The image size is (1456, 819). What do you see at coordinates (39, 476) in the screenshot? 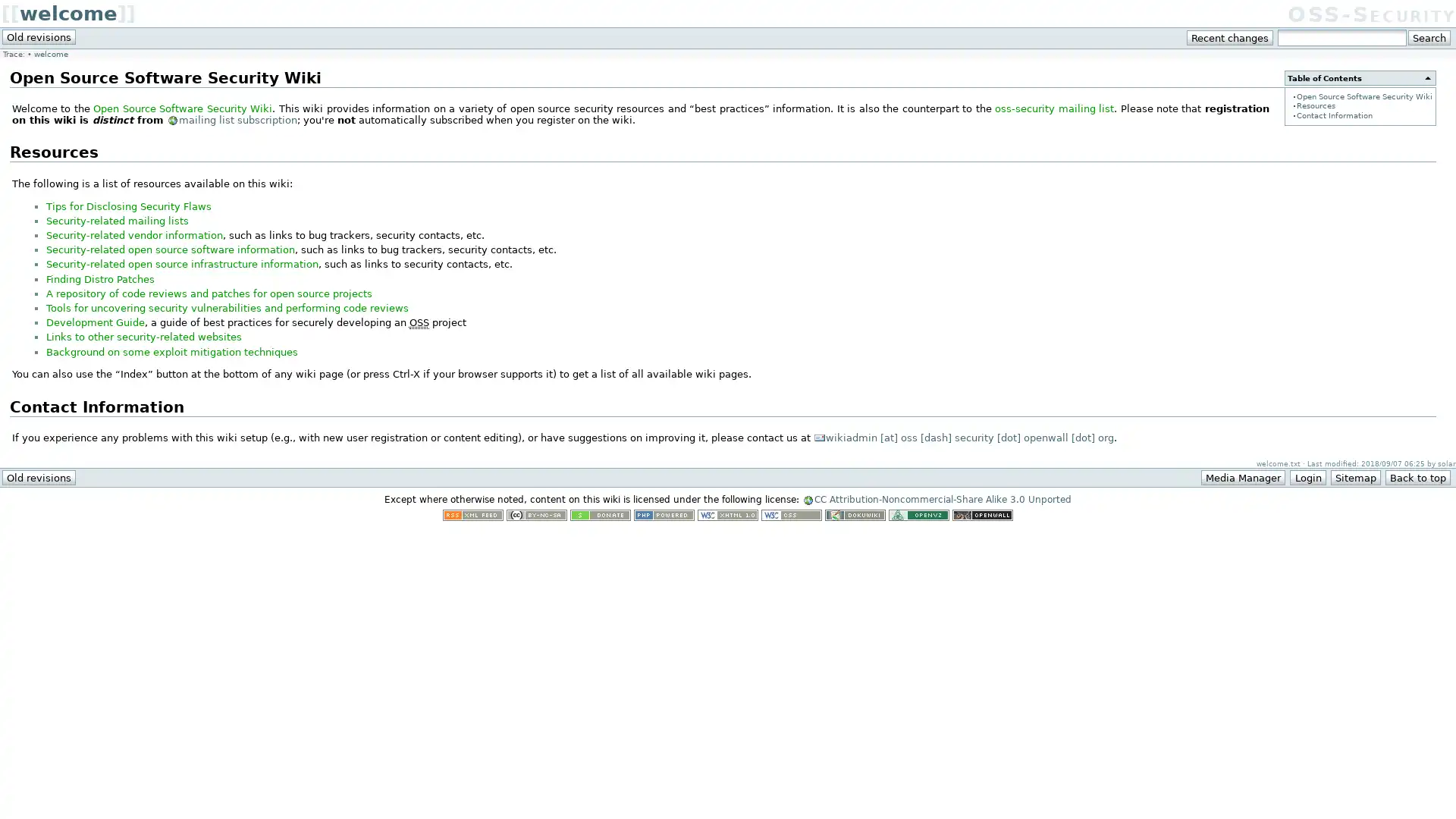
I see `Old revisions` at bounding box center [39, 476].